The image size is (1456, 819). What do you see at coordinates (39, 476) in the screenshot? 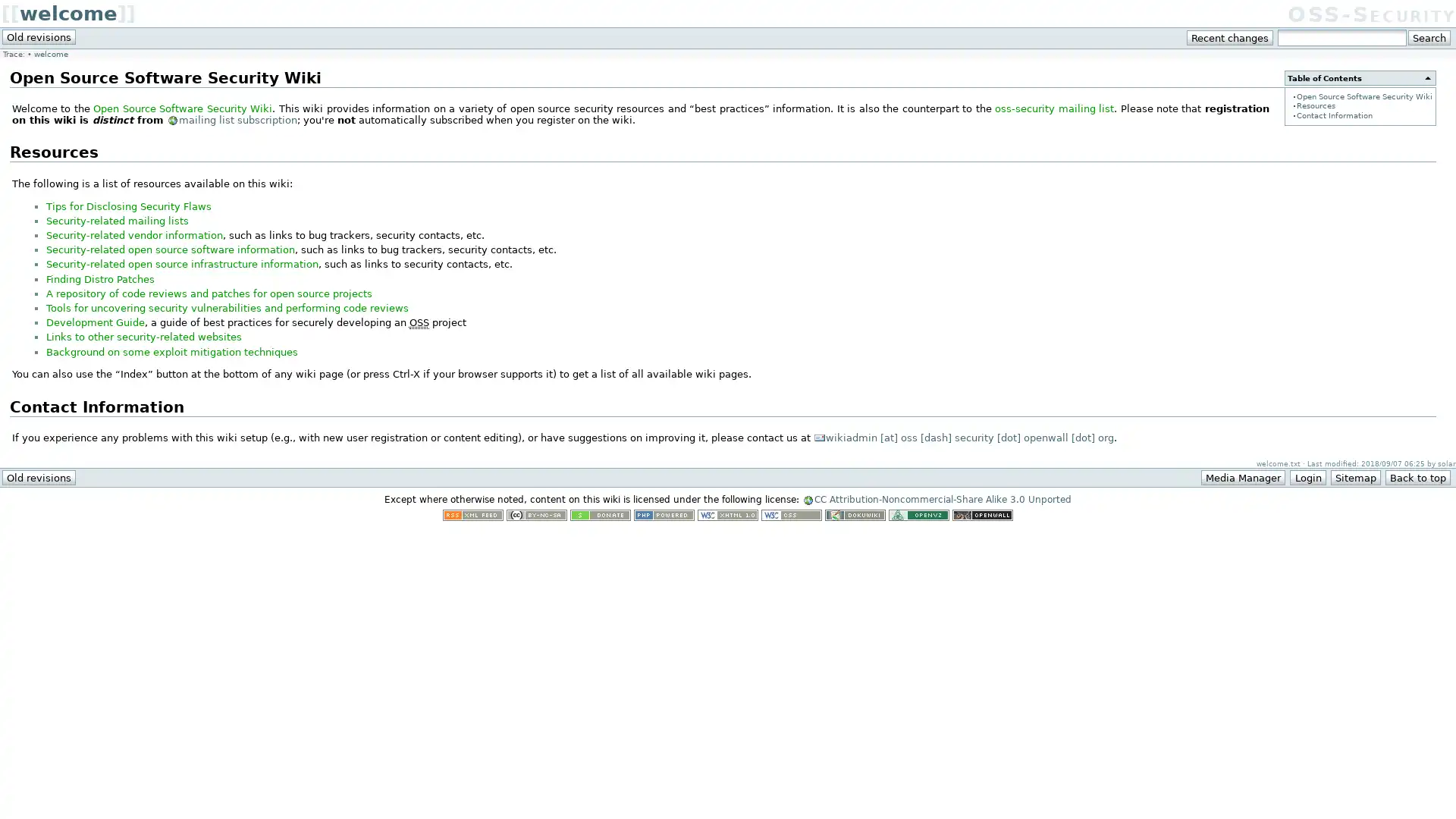
I see `Old revisions` at bounding box center [39, 476].